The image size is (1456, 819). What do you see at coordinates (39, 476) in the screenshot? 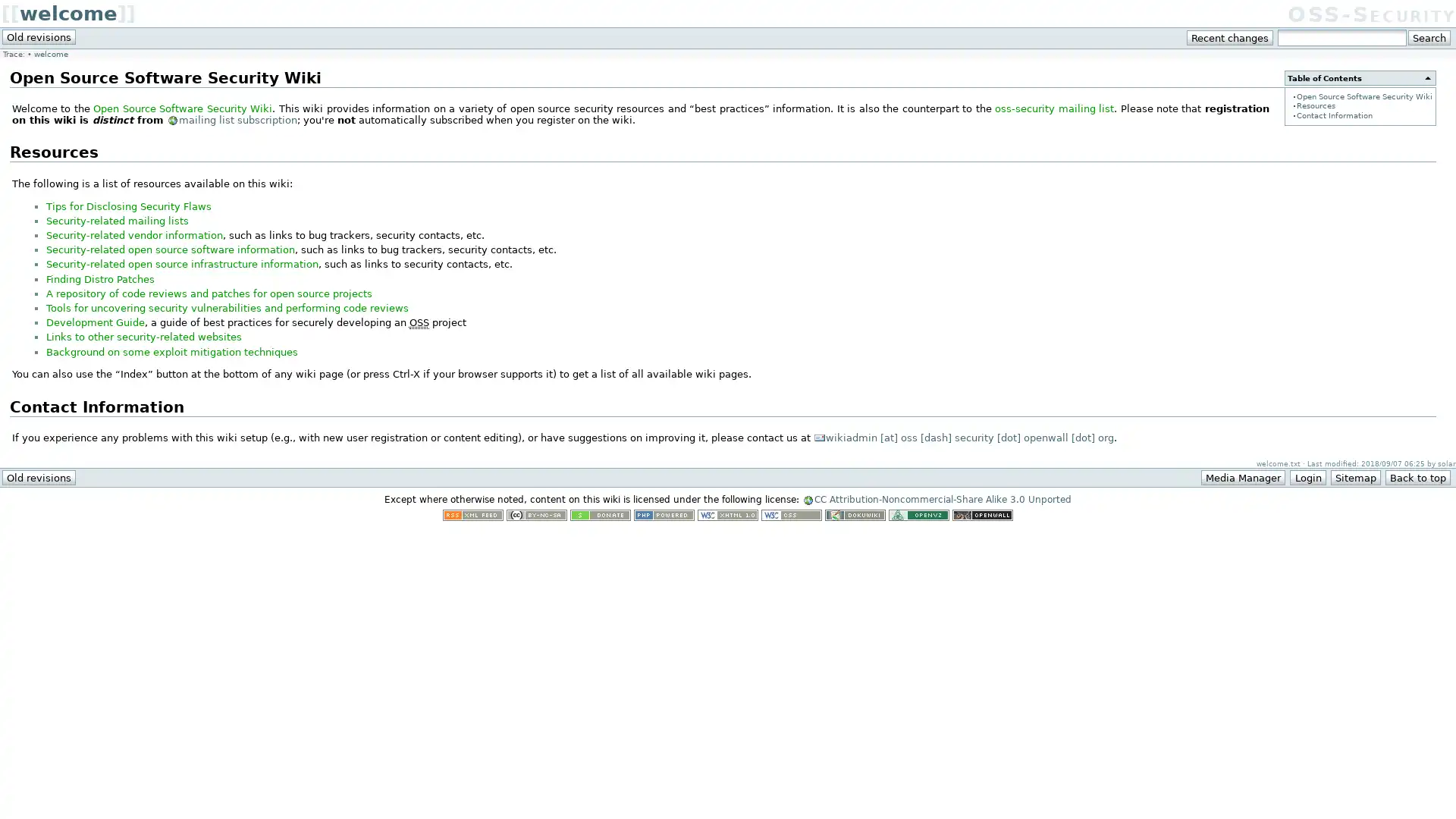
I see `Old revisions` at bounding box center [39, 476].